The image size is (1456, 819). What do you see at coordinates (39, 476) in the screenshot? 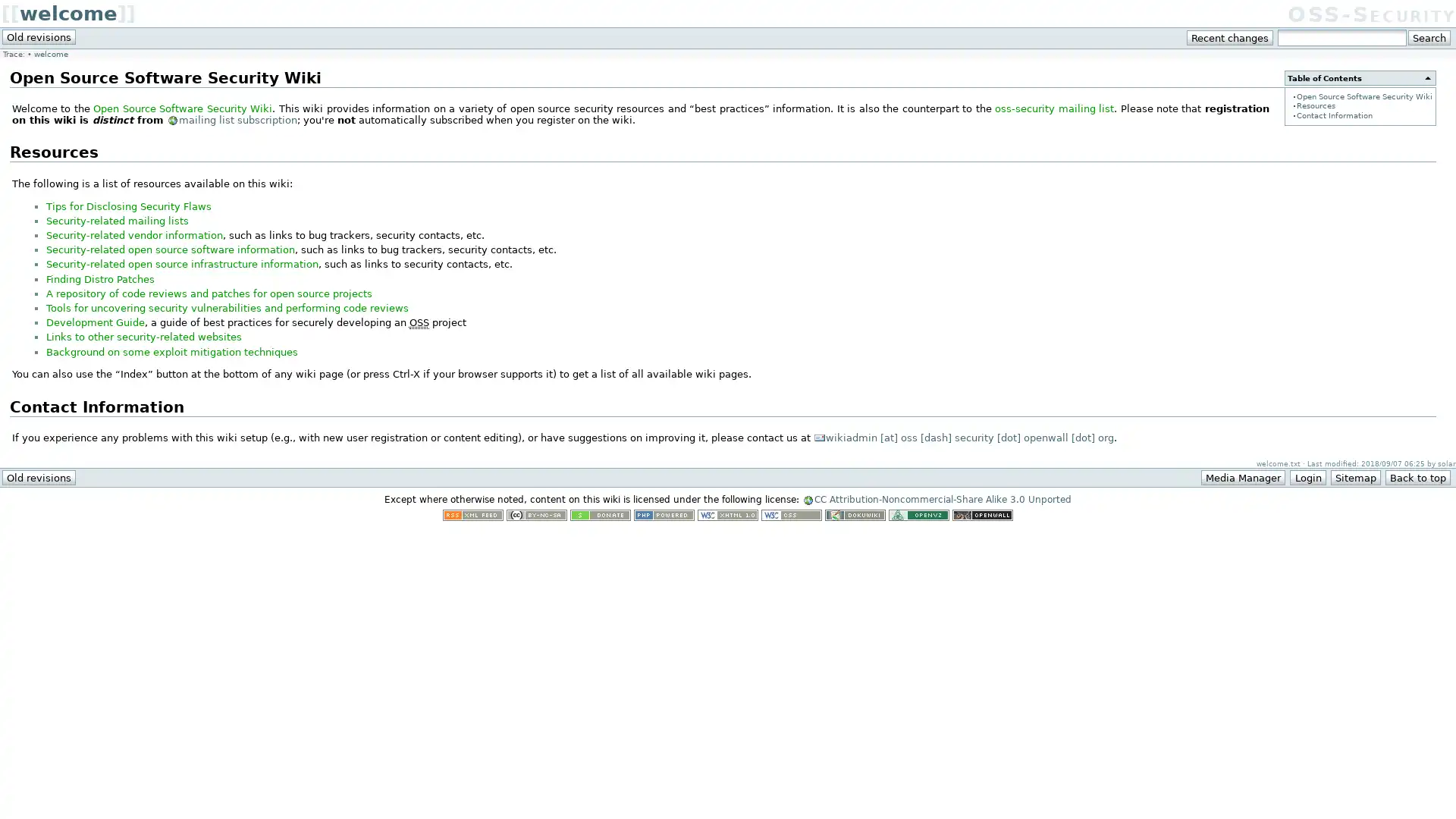
I see `Old revisions` at bounding box center [39, 476].